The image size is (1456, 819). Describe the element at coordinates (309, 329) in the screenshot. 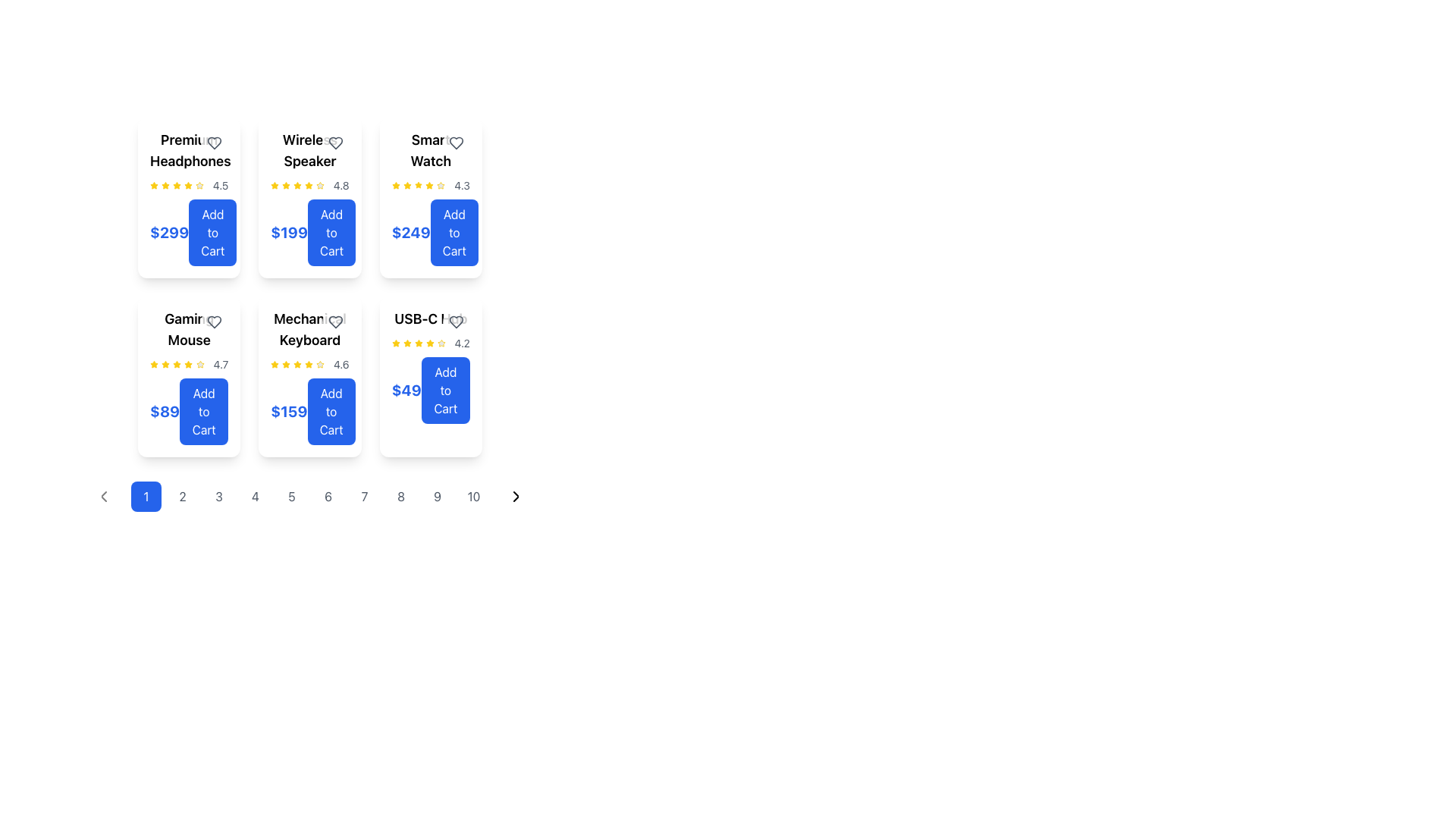

I see `product title displayed in the text heading component located near the upper center of the product card, which is the second card in the second row of the grid layout` at that location.